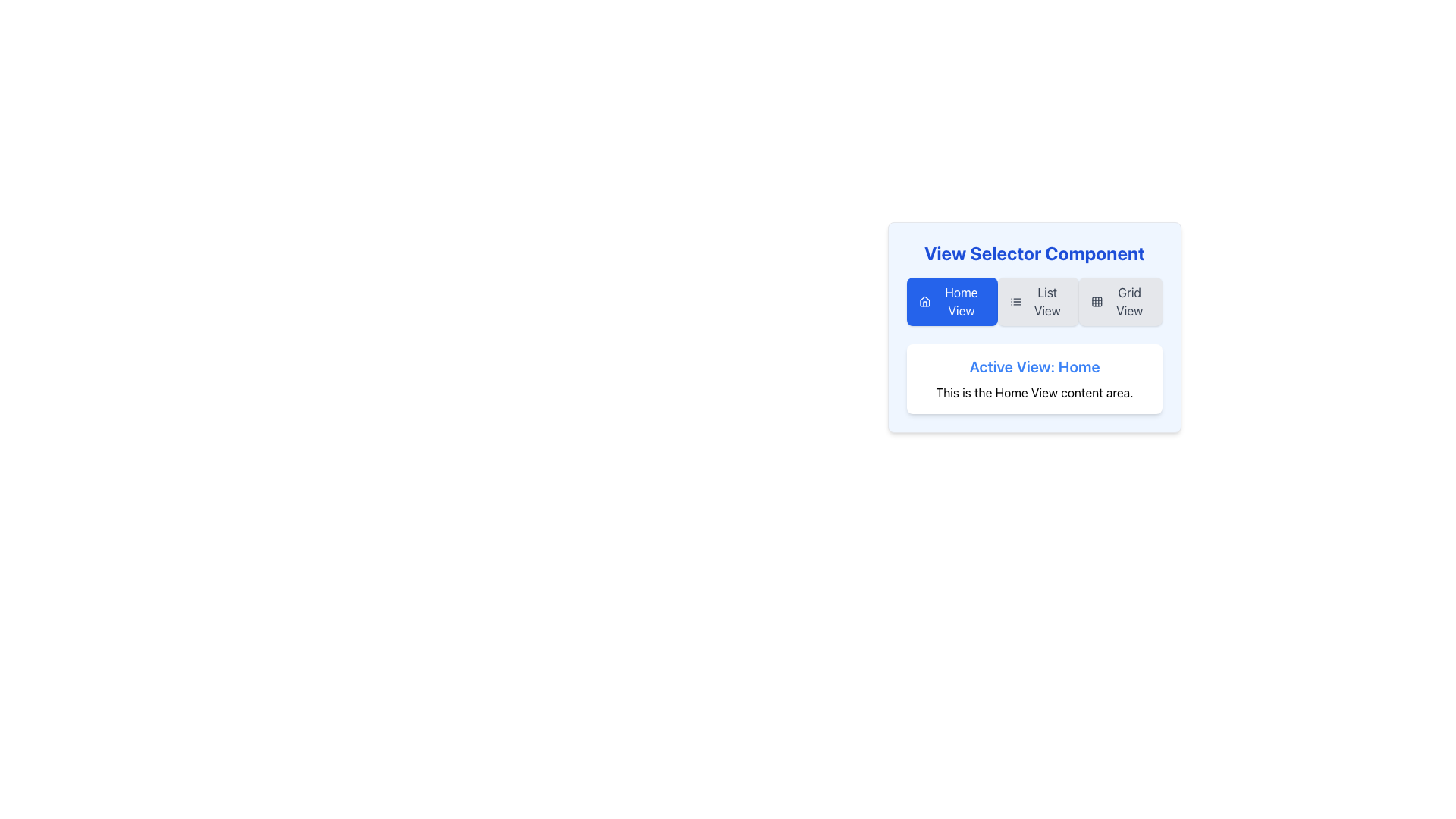  Describe the element at coordinates (1034, 366) in the screenshot. I see `static text label indicating the 'Home' view, which serves as the header of the interface` at that location.